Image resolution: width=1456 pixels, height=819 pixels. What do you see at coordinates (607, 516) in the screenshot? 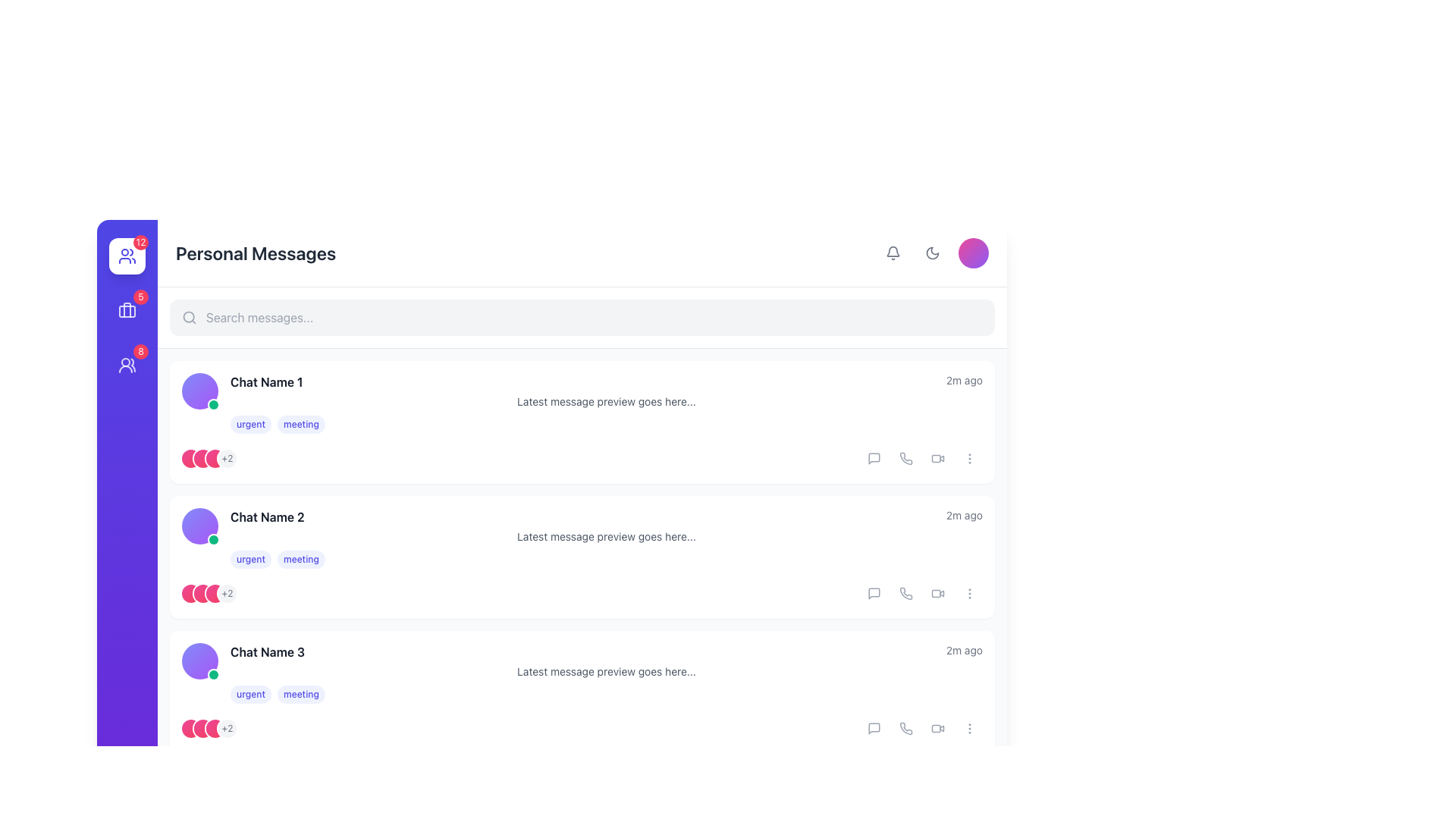
I see `the timestamp in the second chat entry of the message overview section` at bounding box center [607, 516].